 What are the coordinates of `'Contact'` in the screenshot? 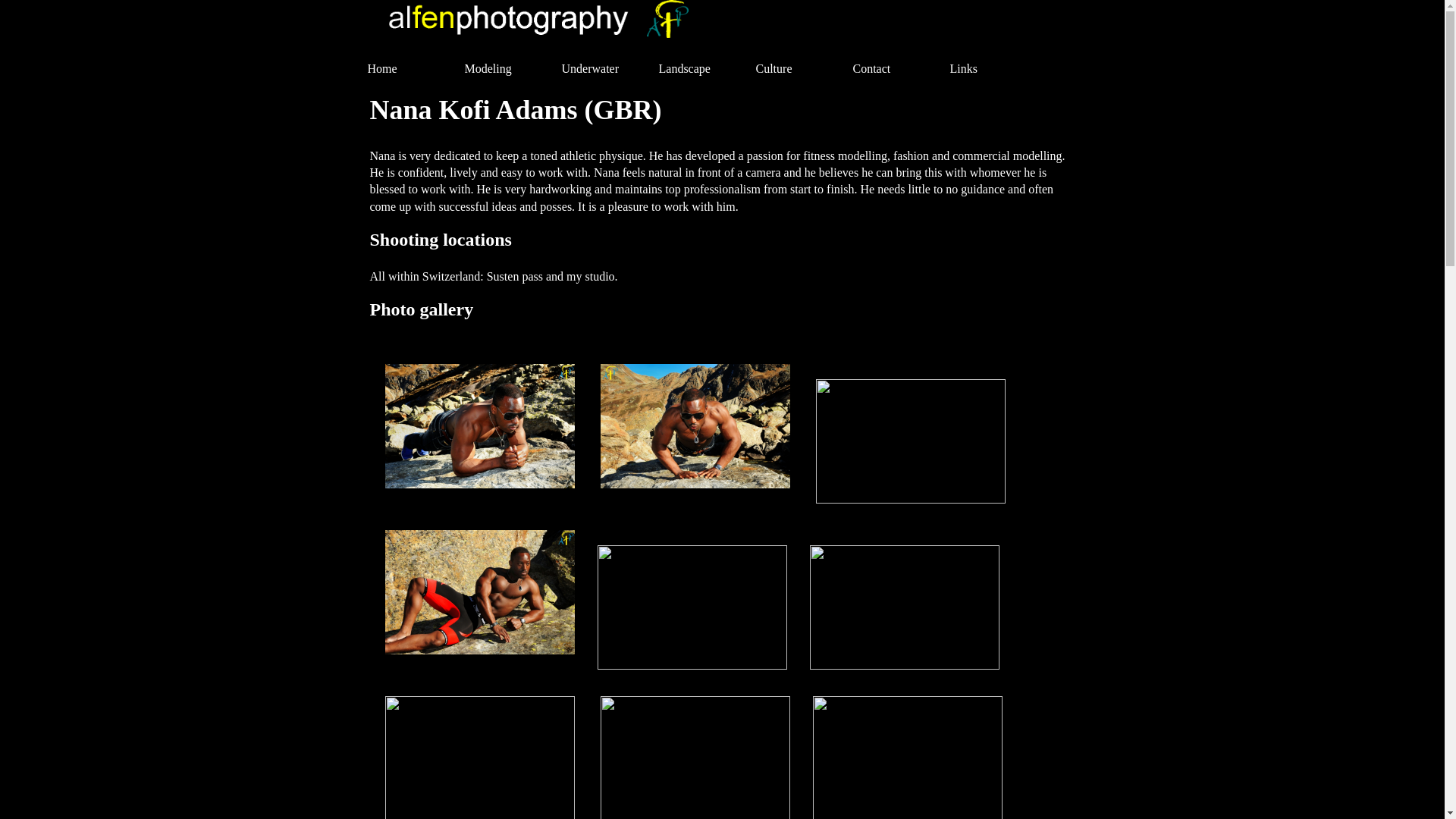 It's located at (892, 69).